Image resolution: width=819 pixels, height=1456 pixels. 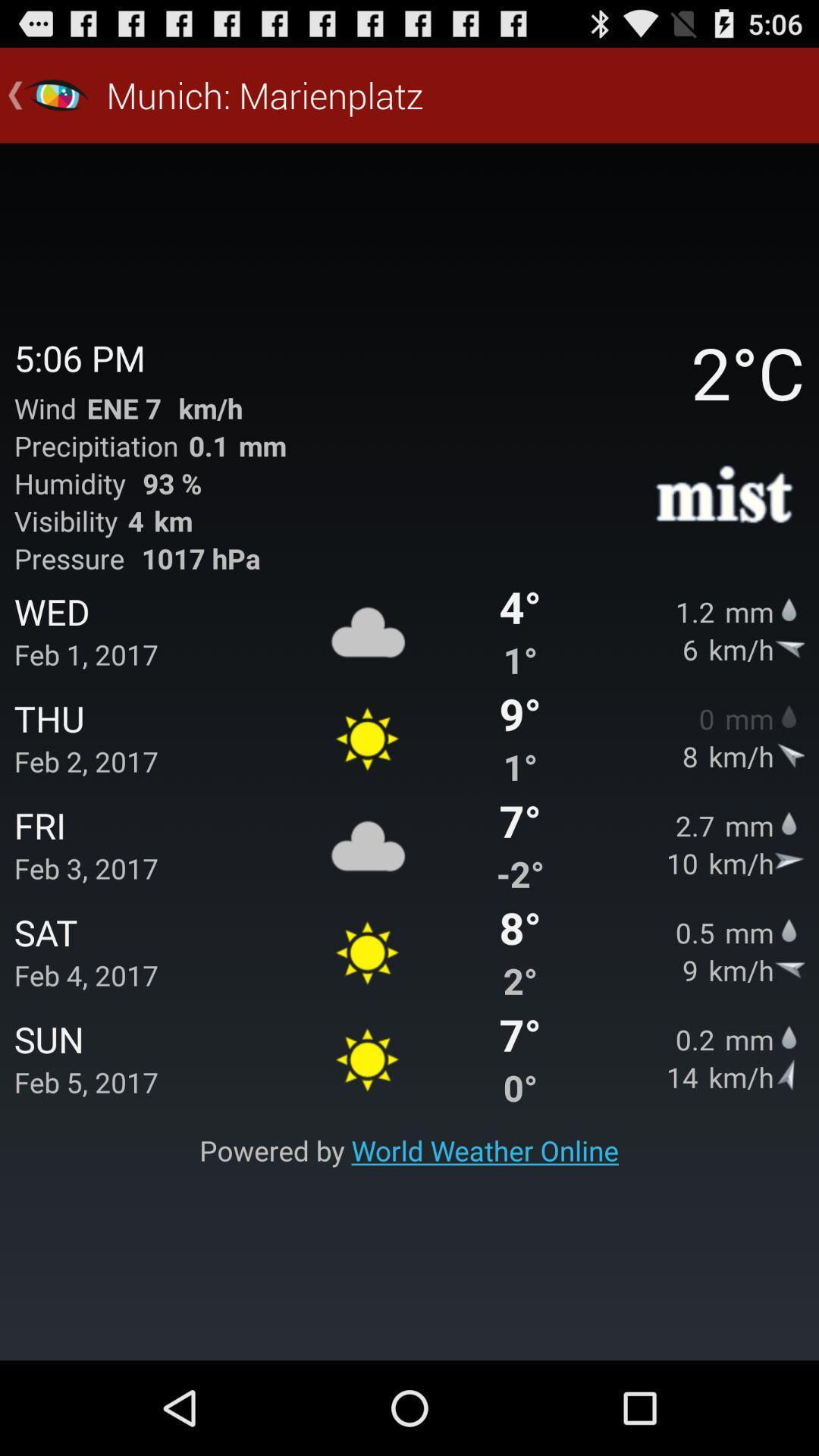 I want to click on the icon which is next to the 12 mm, so click(x=789, y=608).